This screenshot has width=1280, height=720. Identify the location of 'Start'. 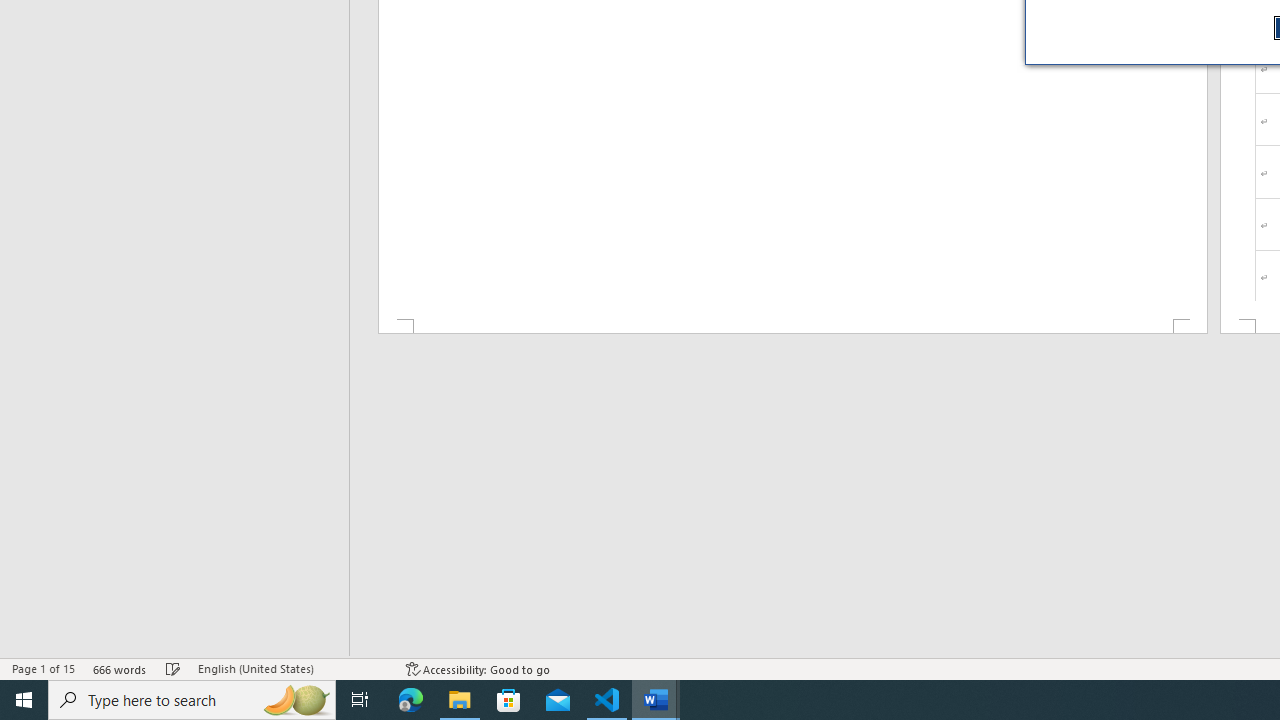
(24, 698).